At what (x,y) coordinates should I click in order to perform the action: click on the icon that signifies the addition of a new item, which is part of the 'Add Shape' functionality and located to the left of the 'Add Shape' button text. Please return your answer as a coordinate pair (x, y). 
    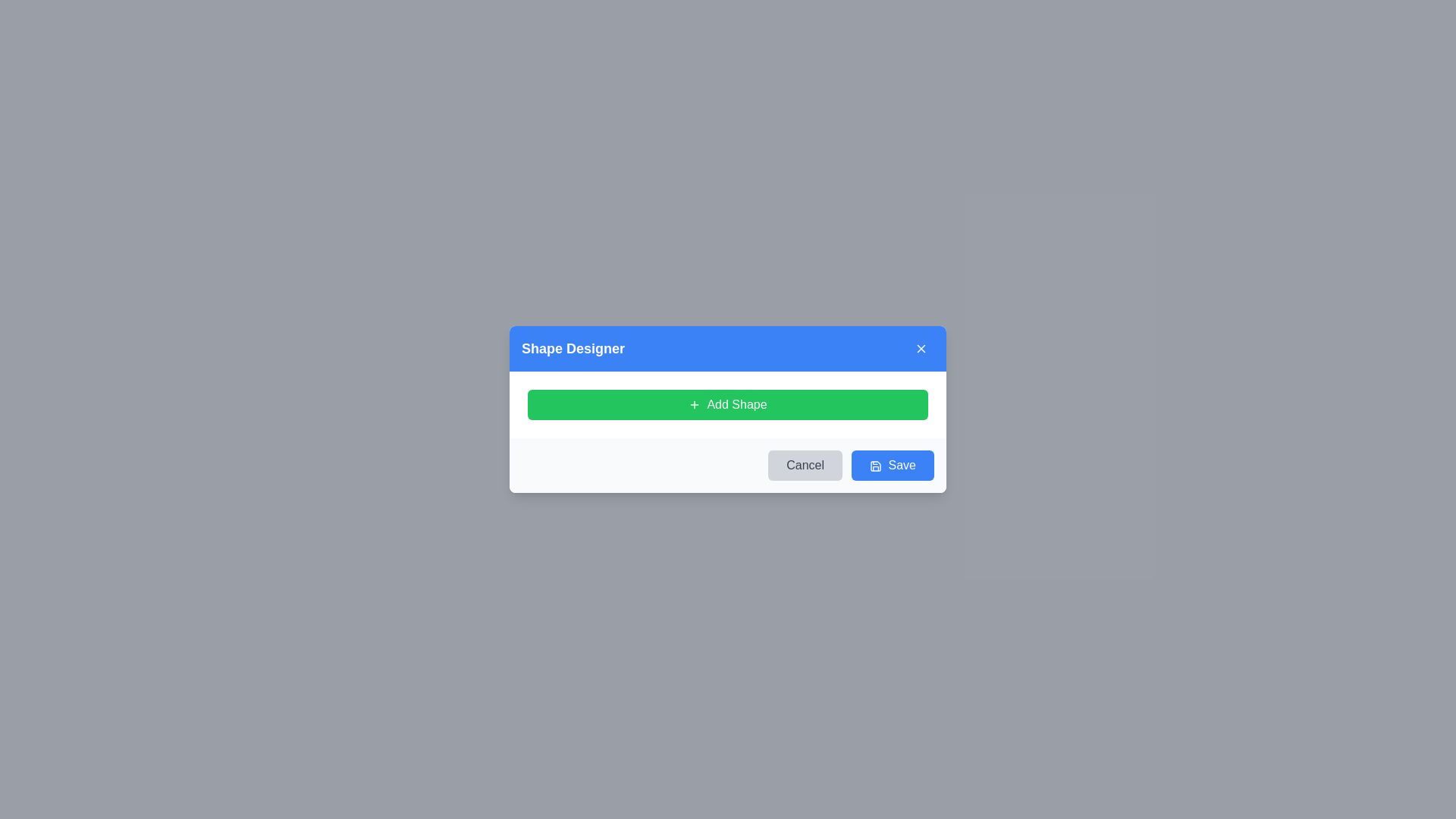
    Looking at the image, I should click on (694, 403).